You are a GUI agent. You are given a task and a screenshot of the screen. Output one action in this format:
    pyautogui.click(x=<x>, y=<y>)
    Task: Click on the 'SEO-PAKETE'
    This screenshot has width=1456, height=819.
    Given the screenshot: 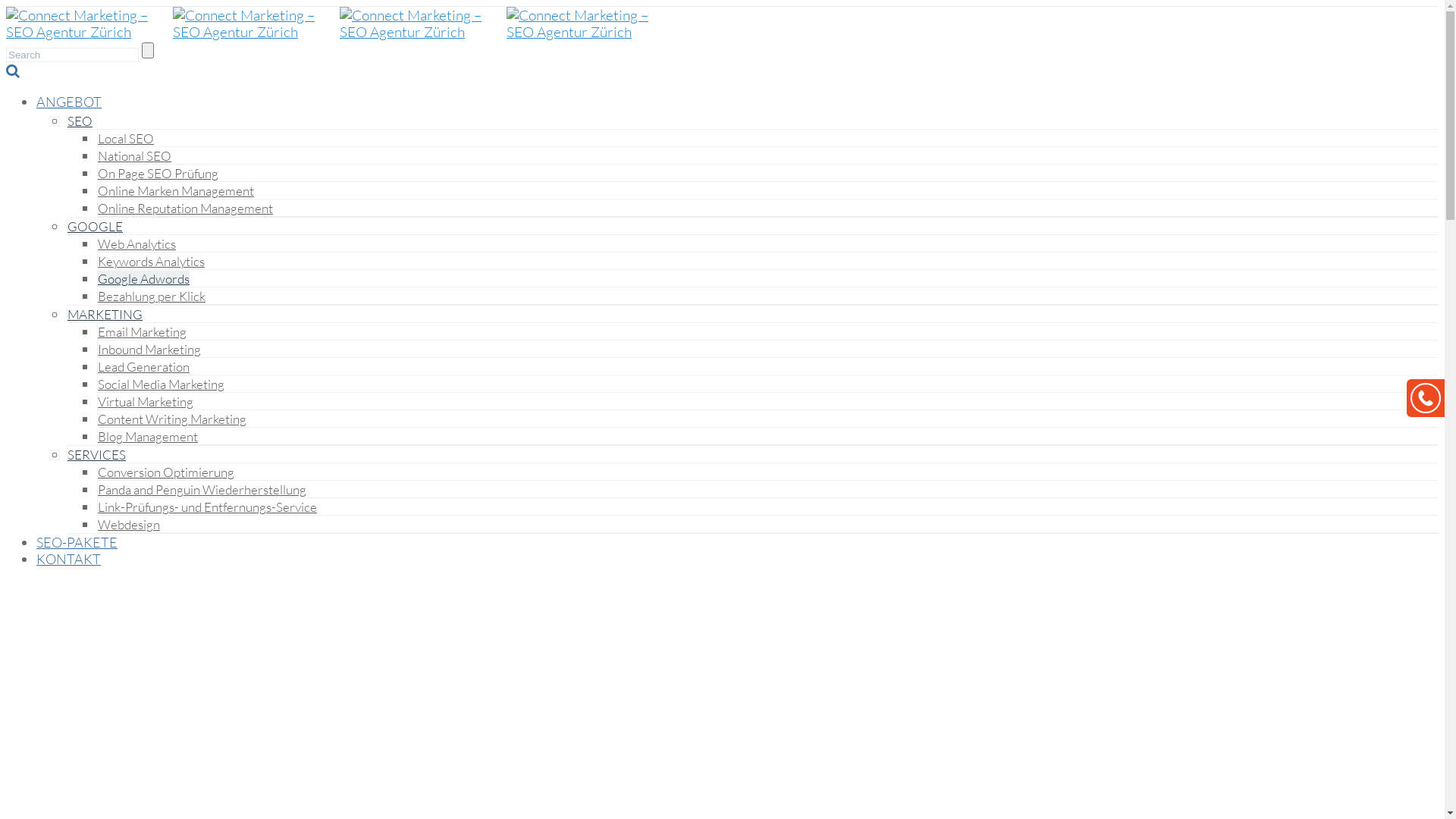 What is the action you would take?
    pyautogui.click(x=76, y=541)
    